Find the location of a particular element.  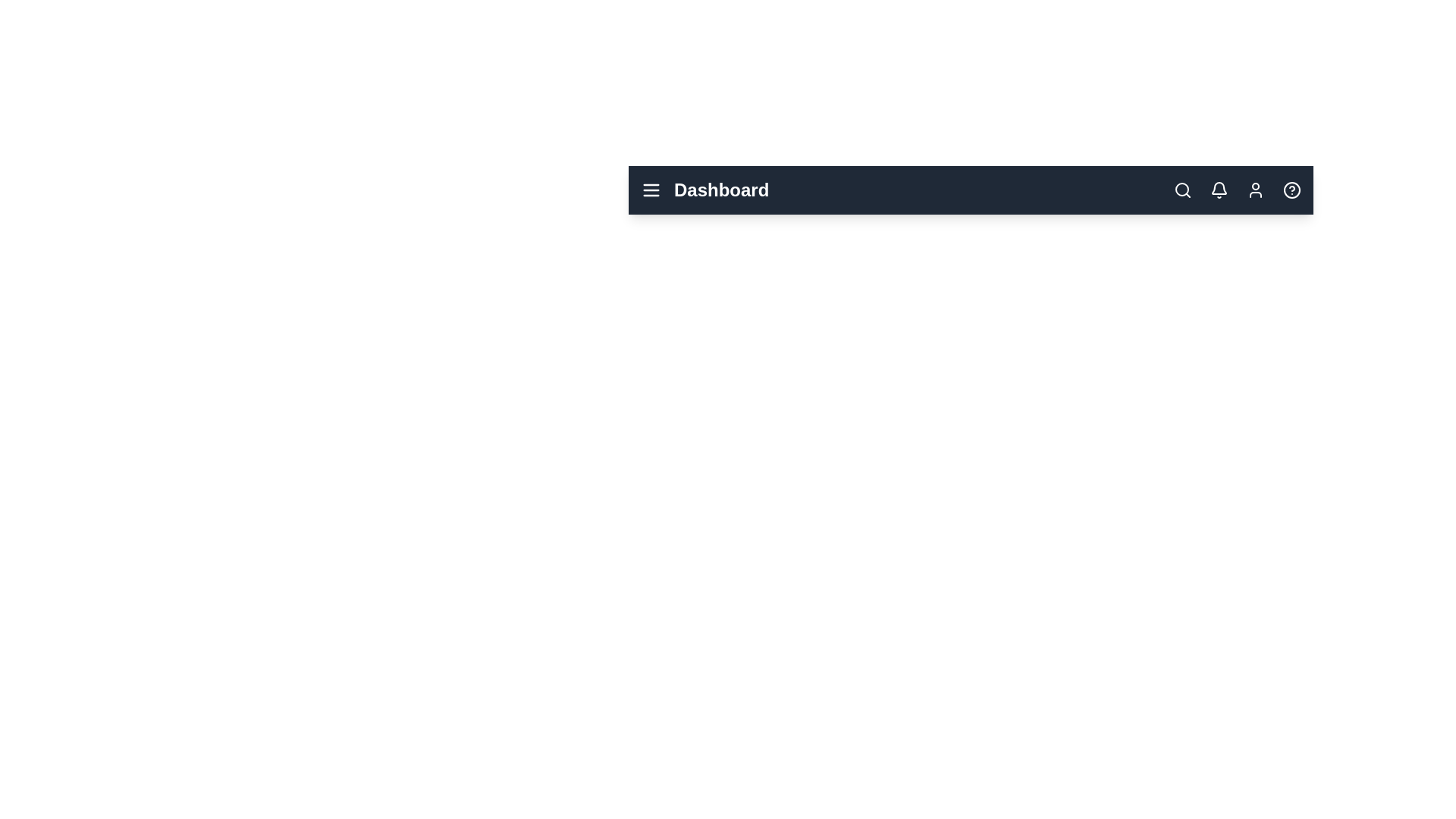

the user icon to access user-related actions is located at coordinates (1256, 189).